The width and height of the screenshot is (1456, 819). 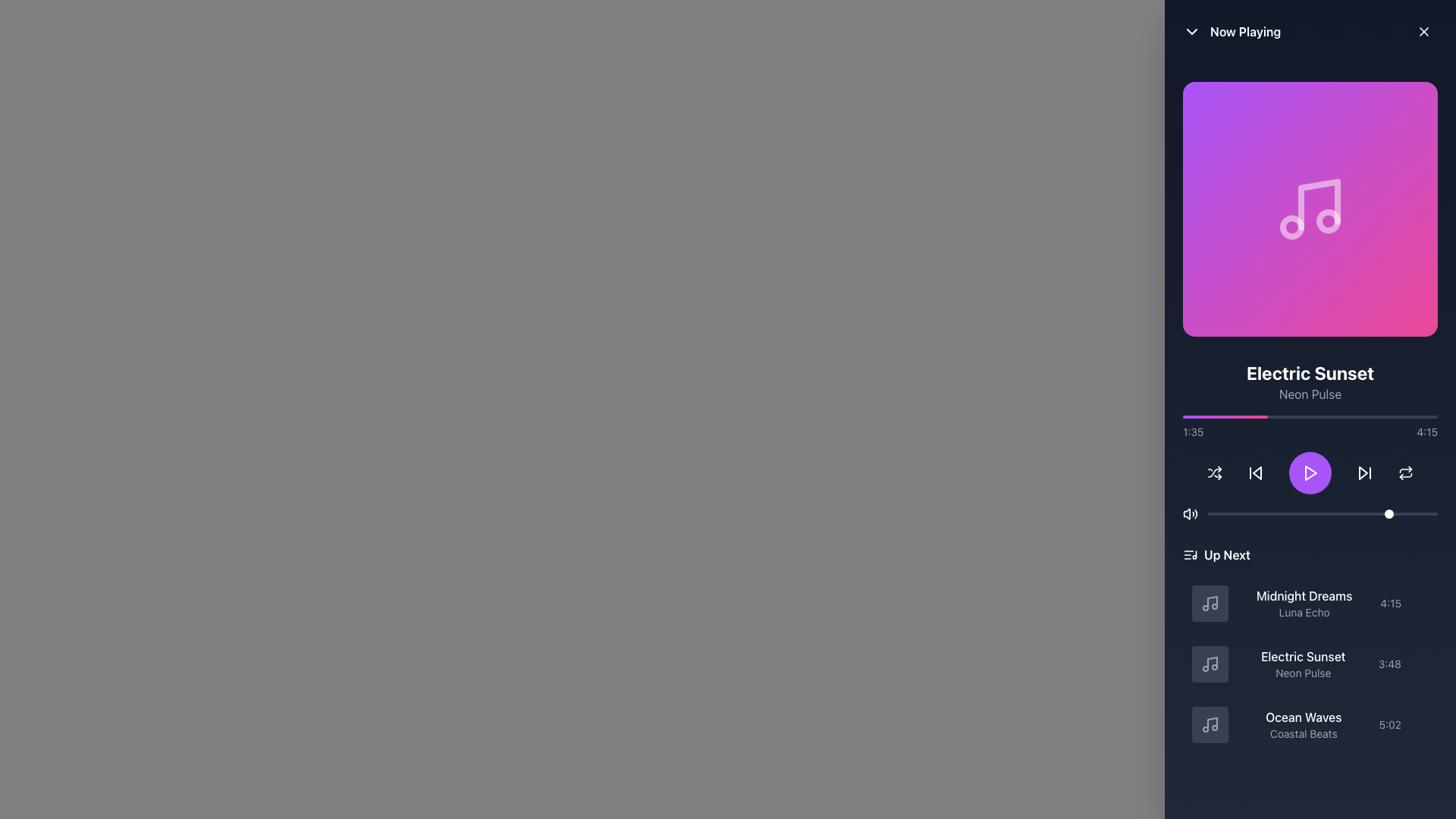 I want to click on the title 'Ocean Waves' of the third item in the 'Up Next' list, so click(x=1310, y=724).